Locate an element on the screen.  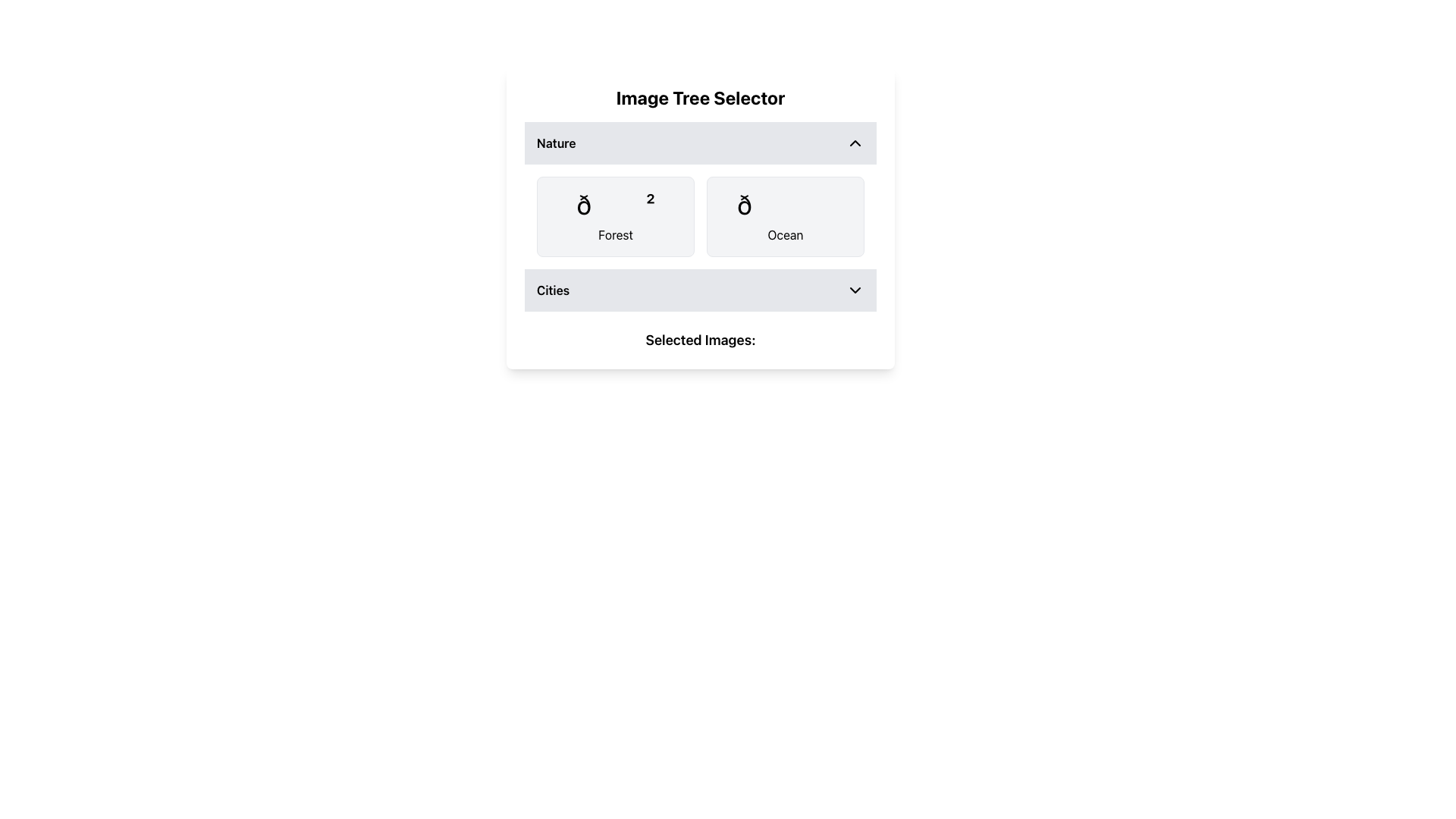
the static label located at the bottom of the 'Image Tree Selector' card layout, right below the 'Cities' section is located at coordinates (700, 339).